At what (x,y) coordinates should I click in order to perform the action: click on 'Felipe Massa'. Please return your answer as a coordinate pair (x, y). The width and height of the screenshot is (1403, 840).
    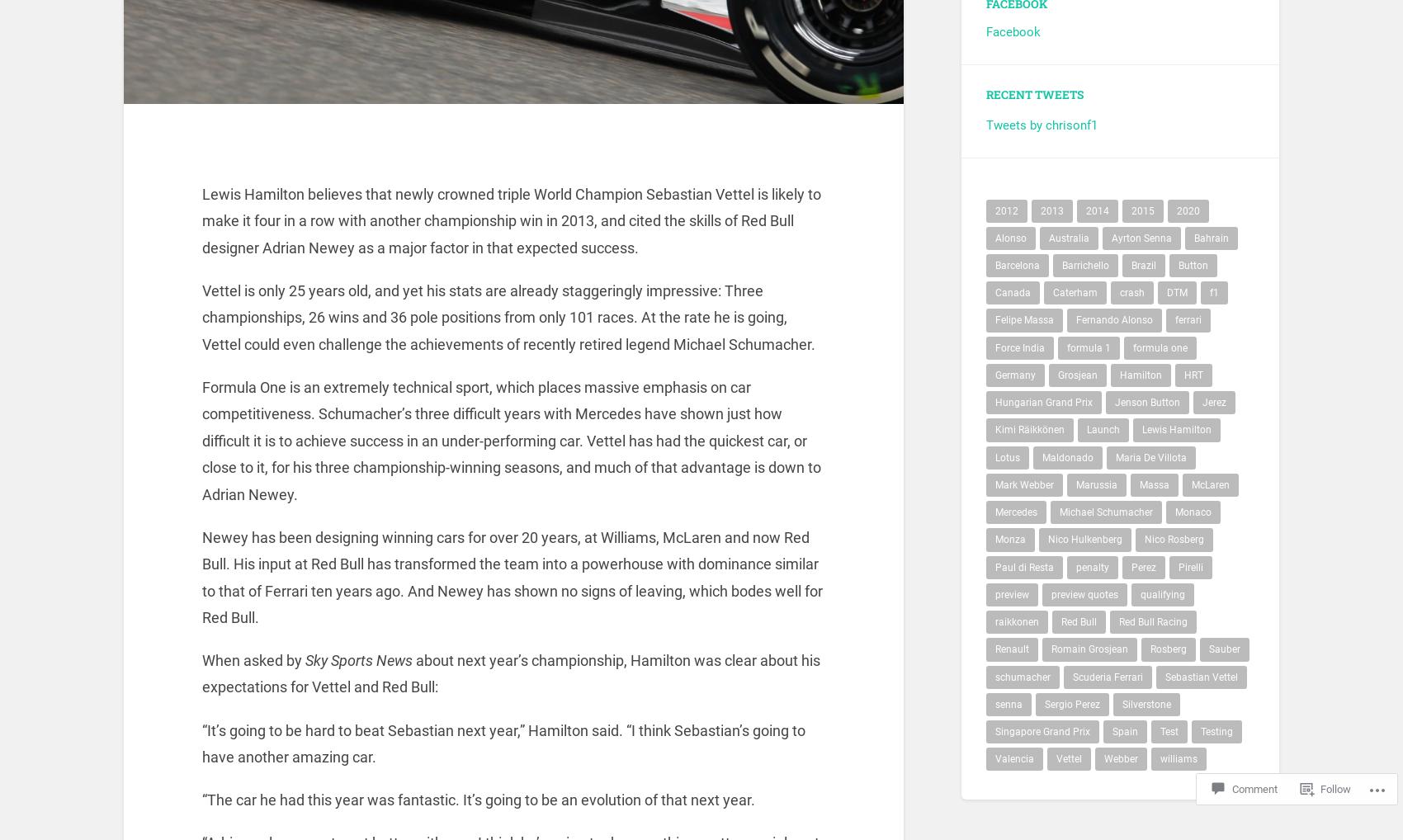
    Looking at the image, I should click on (1023, 329).